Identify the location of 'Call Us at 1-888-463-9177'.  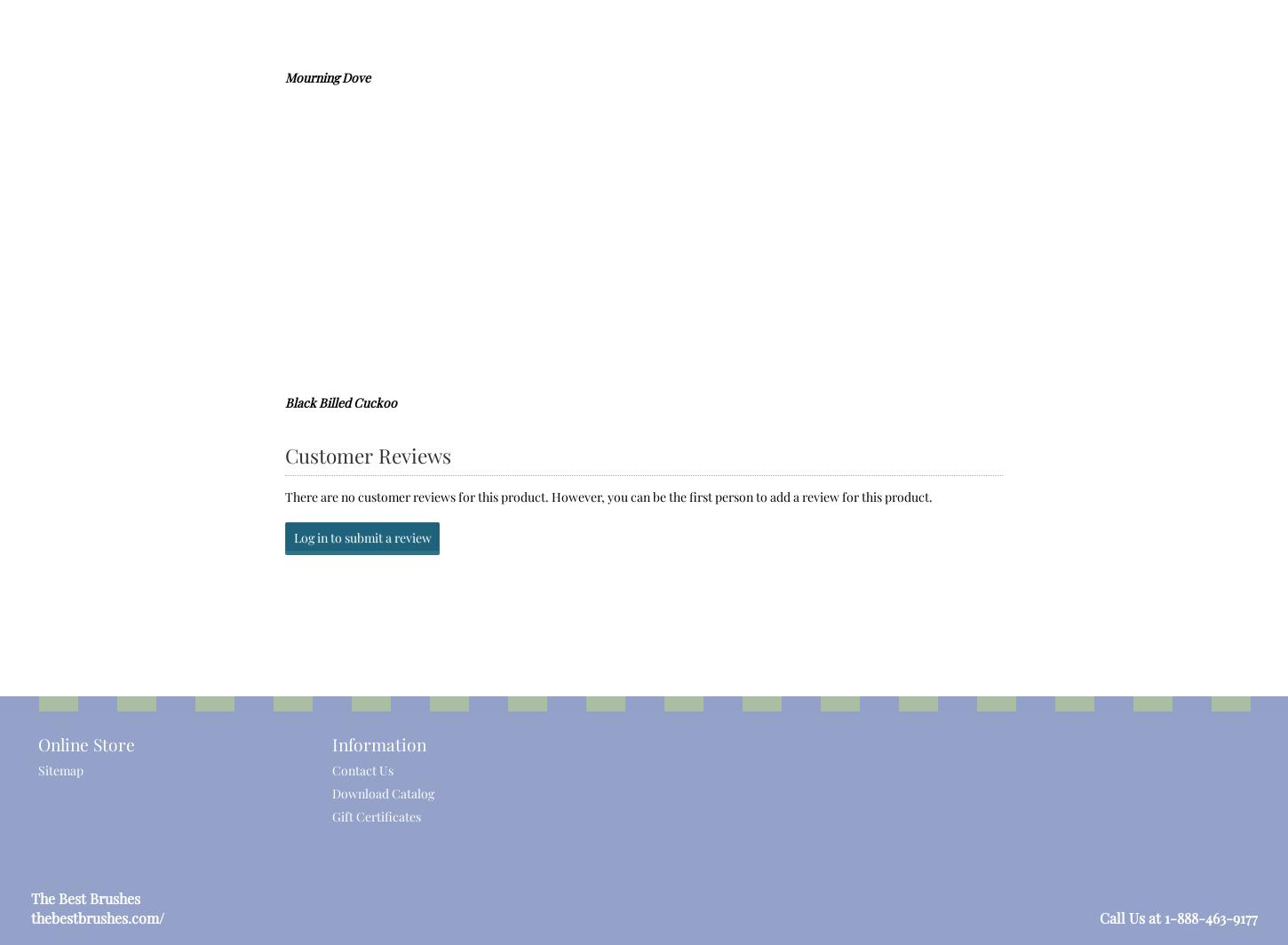
(1178, 917).